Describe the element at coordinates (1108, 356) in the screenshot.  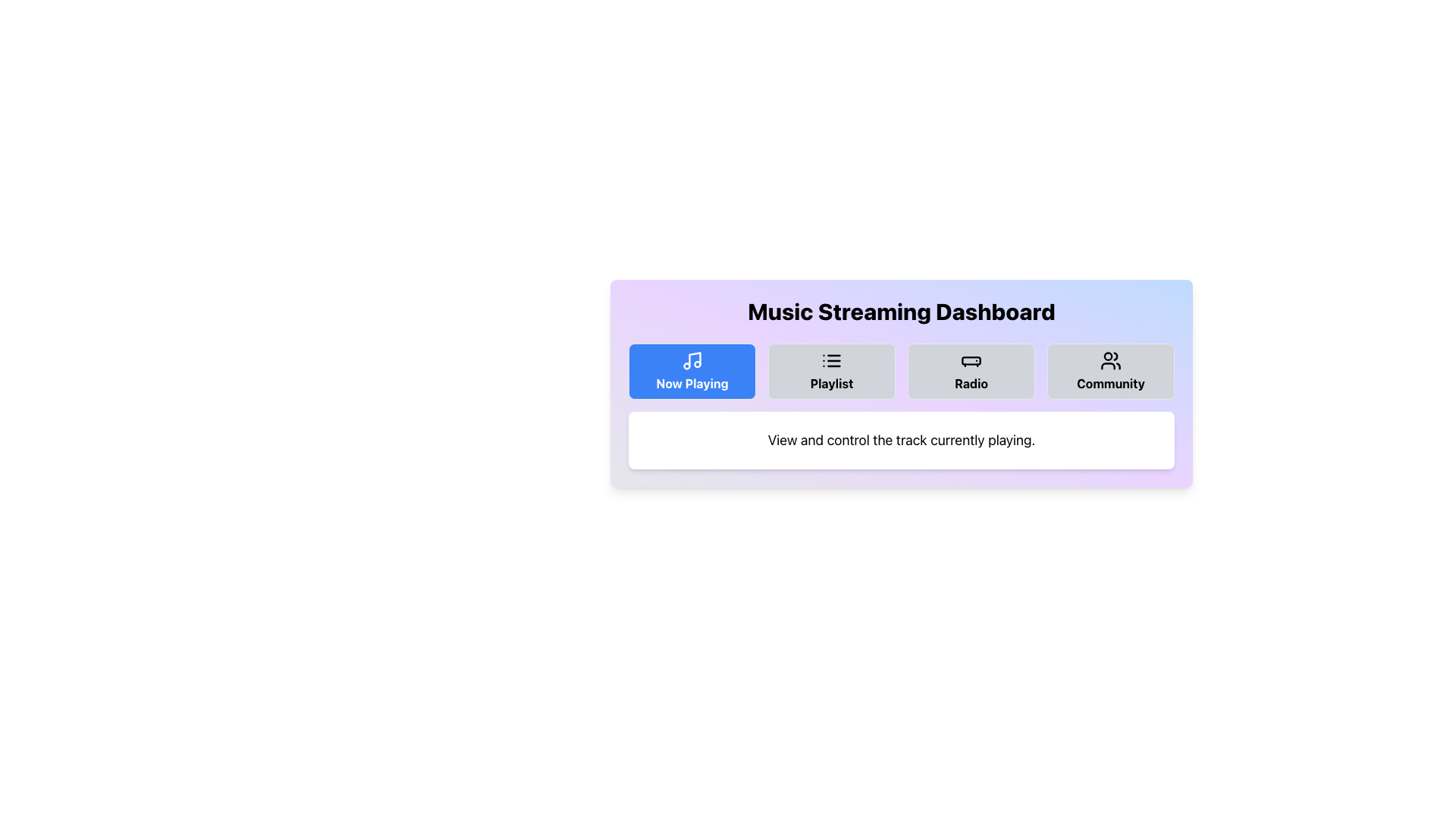
I see `the circular graphic located within the 'Community' icon on the music streaming dashboard, positioned in the top-right corner of the dashboard menu bar` at that location.